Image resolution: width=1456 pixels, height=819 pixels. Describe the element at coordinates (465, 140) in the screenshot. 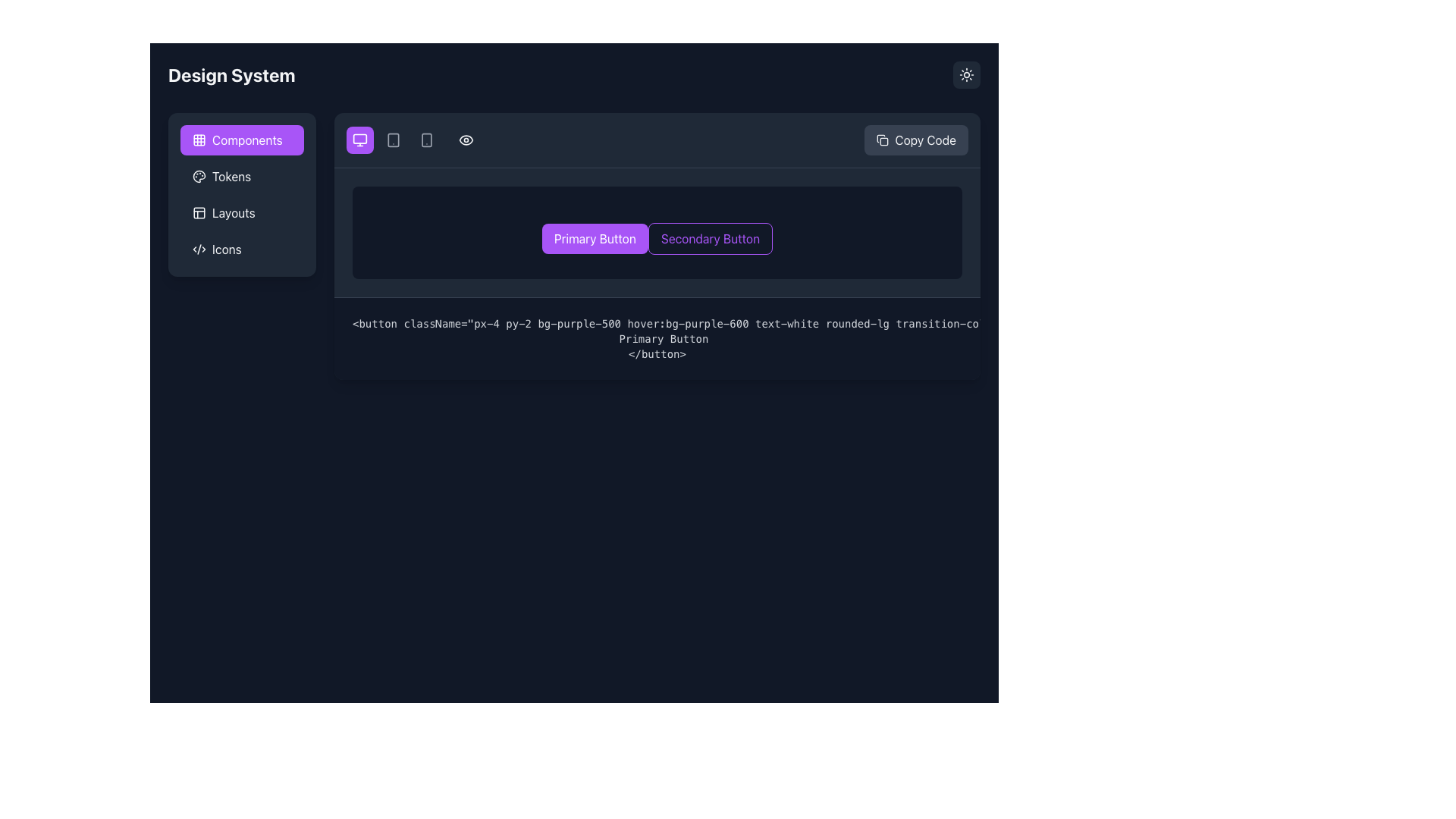

I see `the eye icon in the toolbar` at that location.